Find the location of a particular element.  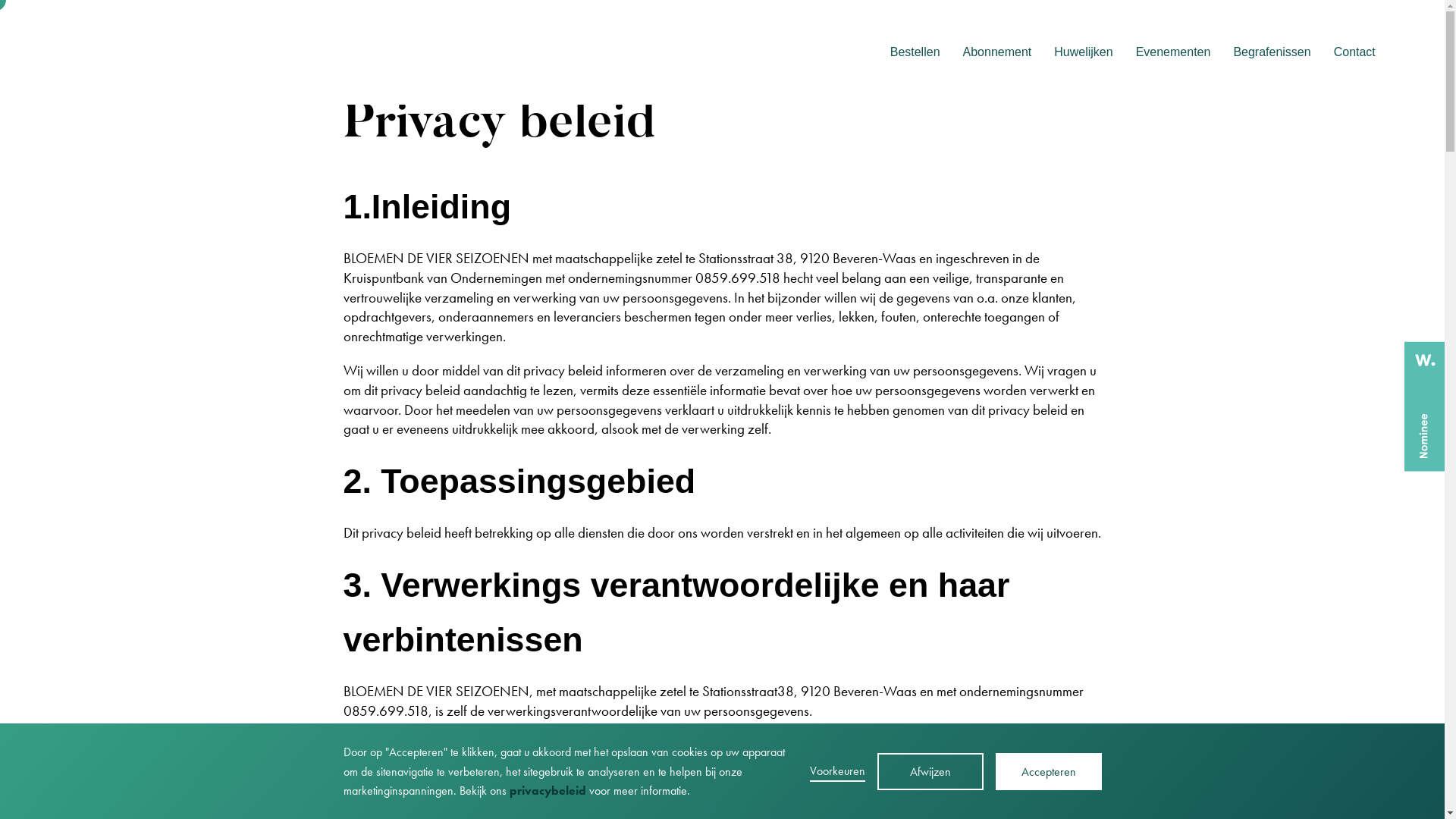

'privacybeleid' is located at coordinates (547, 789).